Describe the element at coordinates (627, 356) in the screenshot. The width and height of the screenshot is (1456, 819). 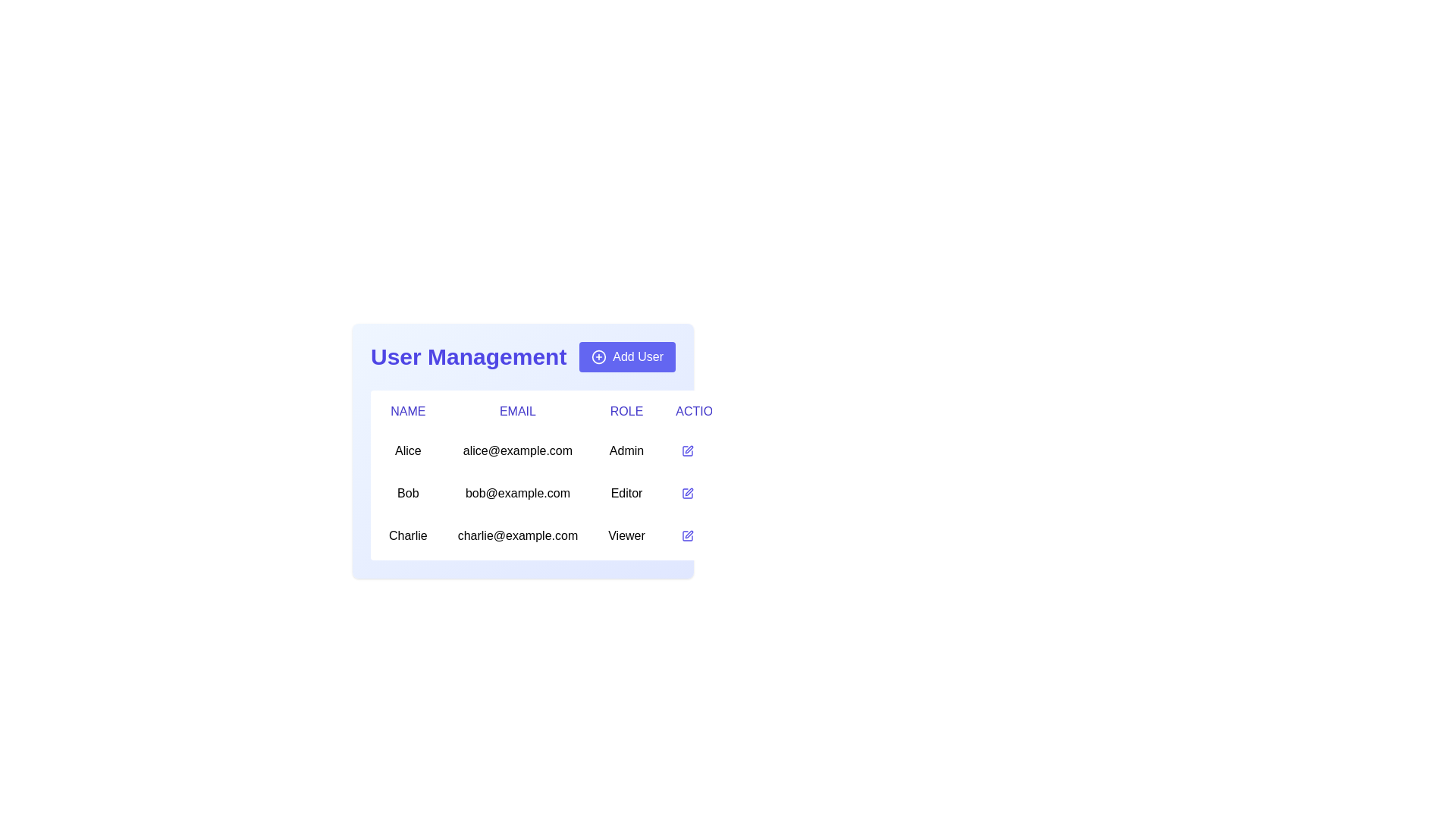
I see `the button used to initiate the process of adding a new user to the system, located to the right side of the 'User Management' text` at that location.